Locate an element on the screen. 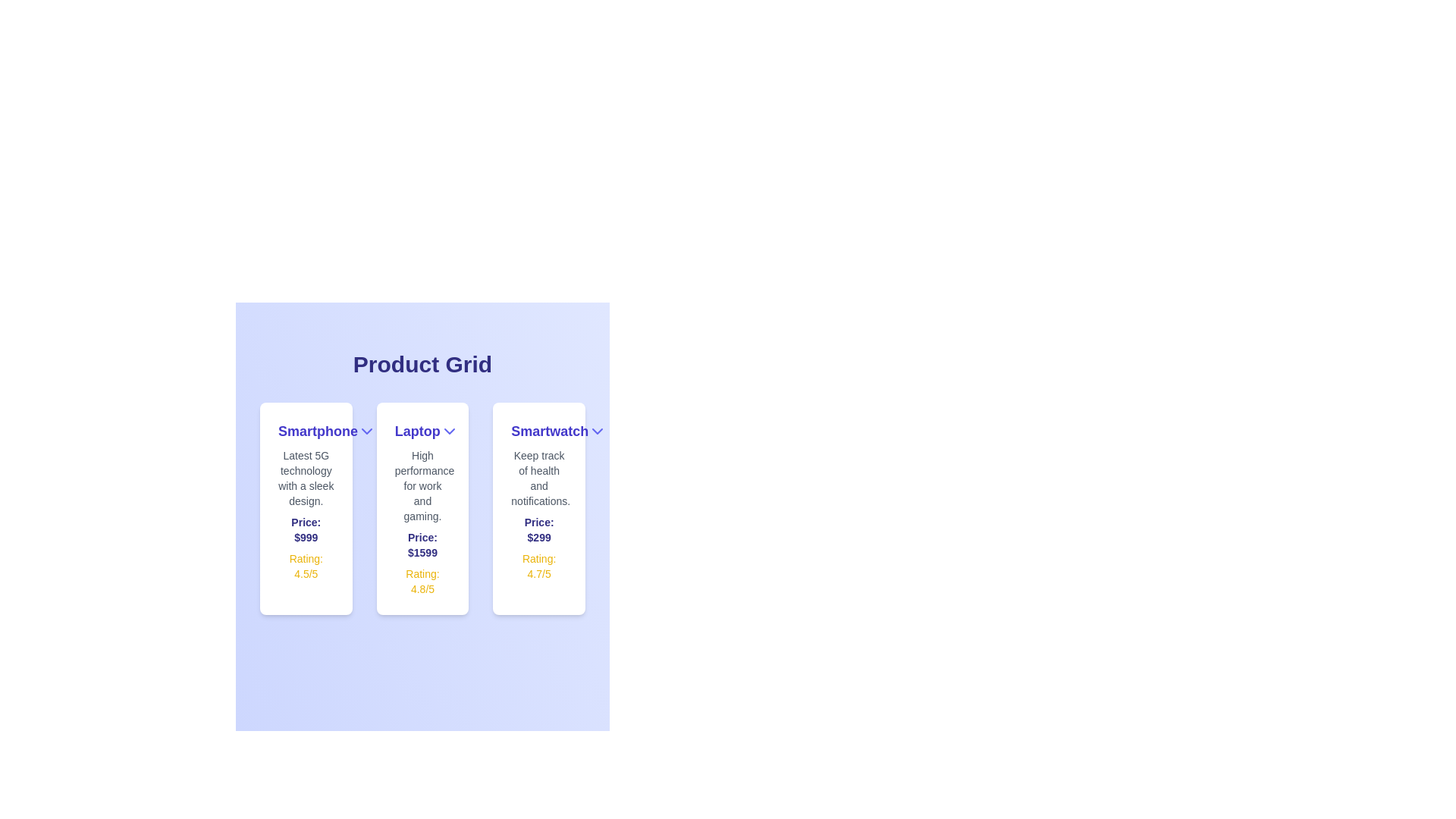  the text element displaying 'Price: $1599' is located at coordinates (422, 544).